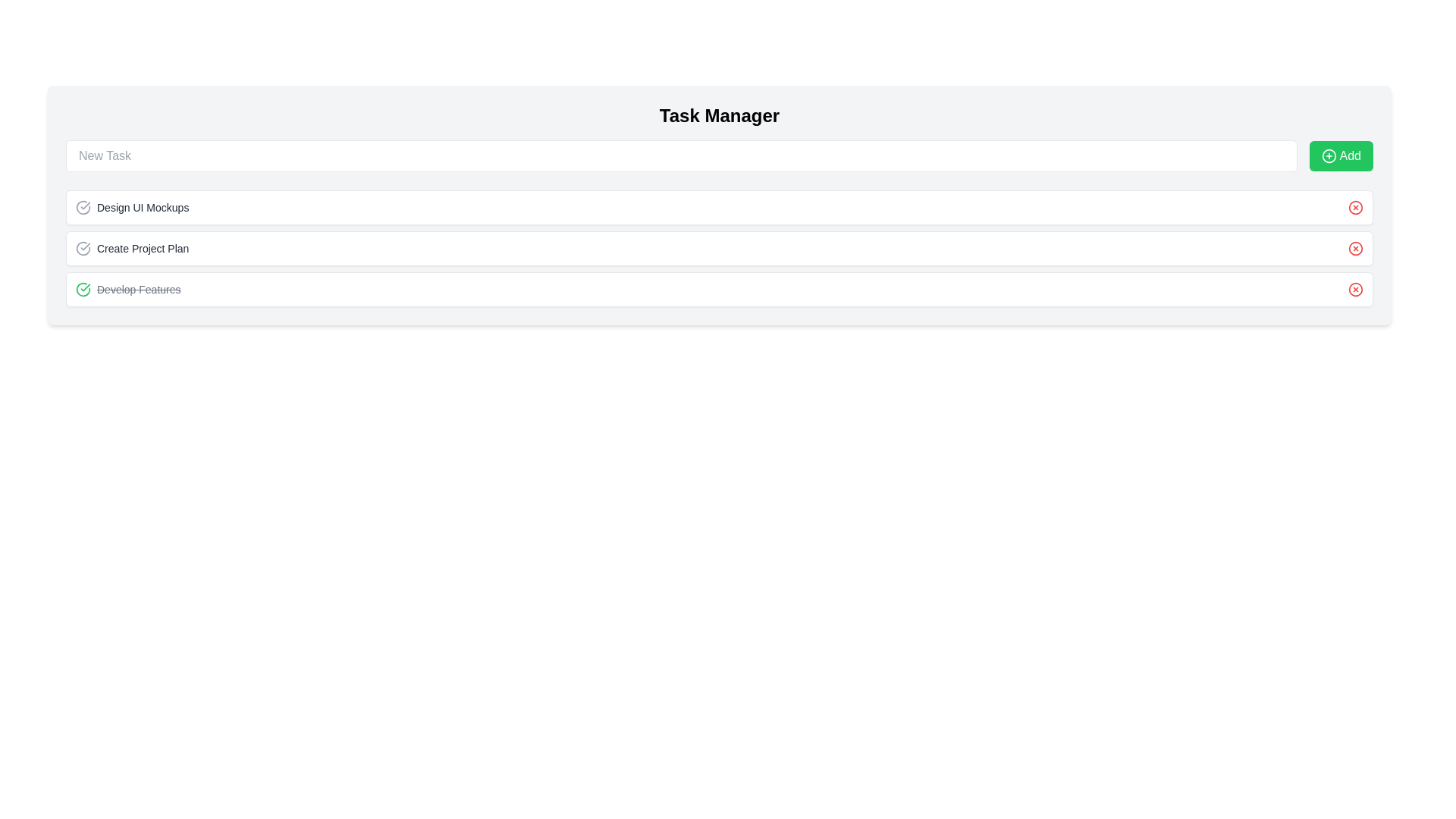  What do you see at coordinates (1356, 247) in the screenshot?
I see `the circular outline of the 'X' icon, which is part of the delete button for the third list item in the task list interface` at bounding box center [1356, 247].